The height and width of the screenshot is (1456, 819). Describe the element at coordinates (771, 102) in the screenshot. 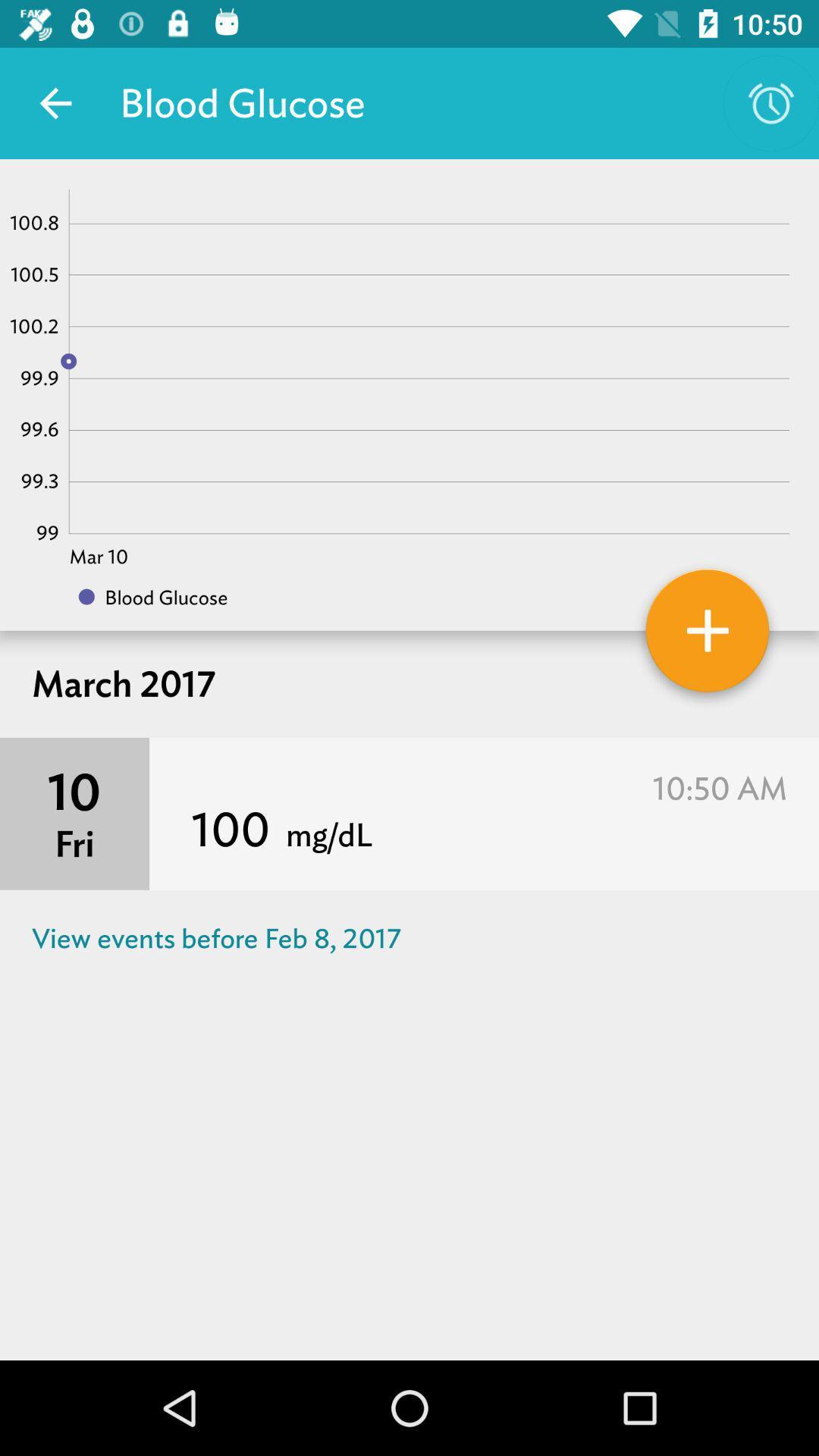

I see `icon to the right of the blood glucose icon` at that location.